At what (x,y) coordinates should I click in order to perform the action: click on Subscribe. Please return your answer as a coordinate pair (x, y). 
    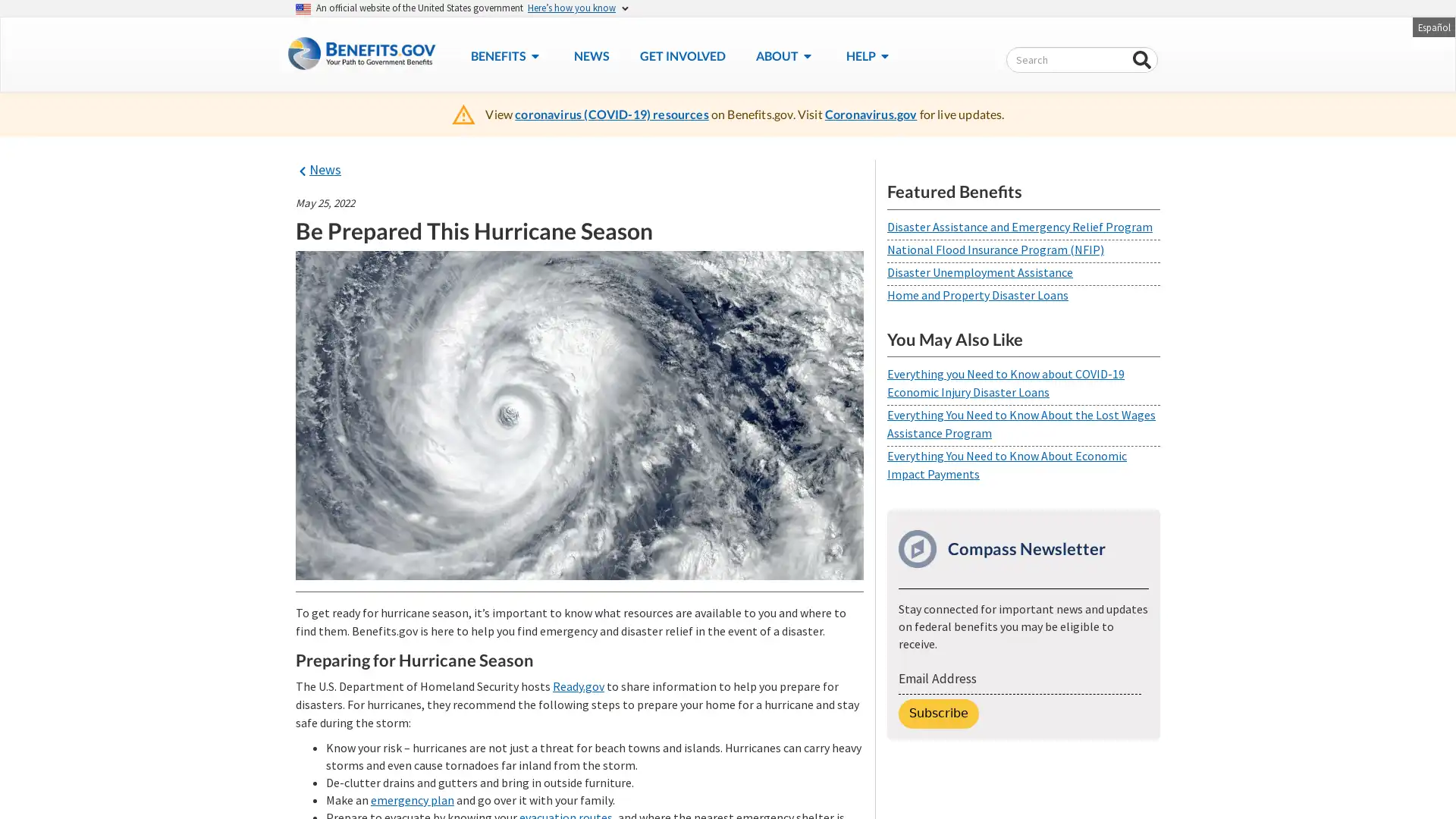
    Looking at the image, I should click on (938, 713).